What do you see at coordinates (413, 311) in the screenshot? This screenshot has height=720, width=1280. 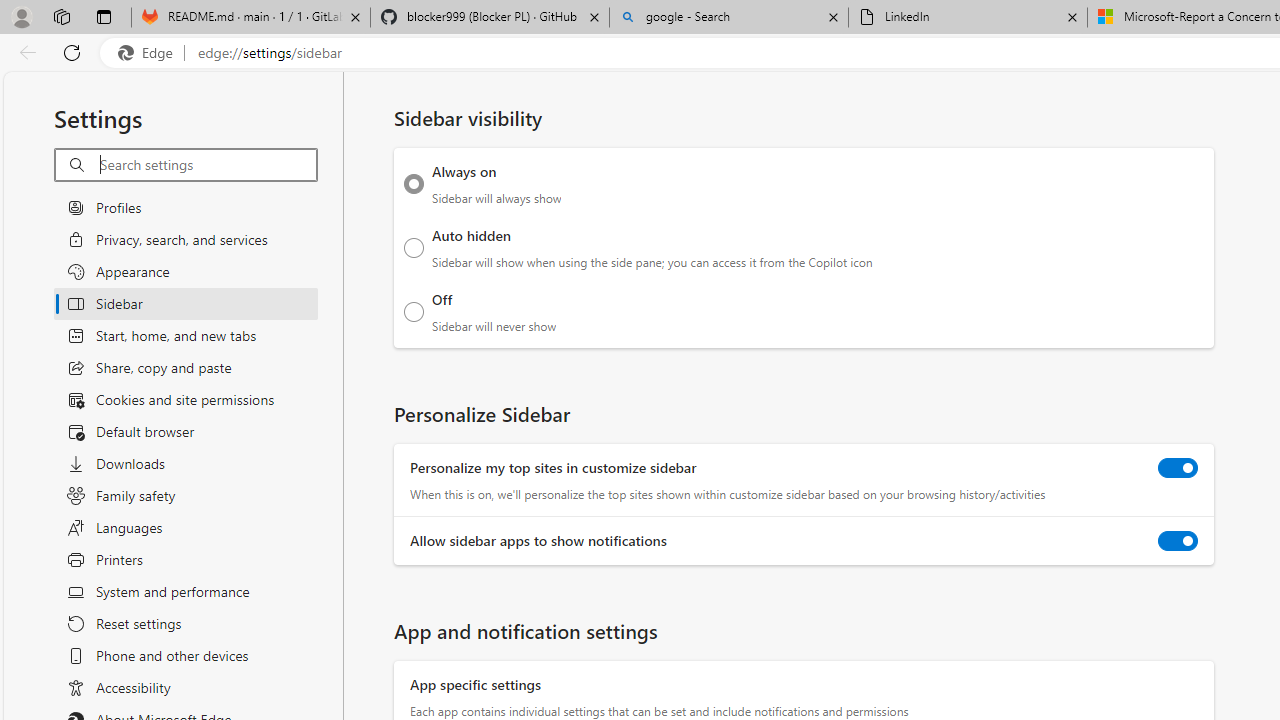 I see `'Off Sidebar will never show'` at bounding box center [413, 311].